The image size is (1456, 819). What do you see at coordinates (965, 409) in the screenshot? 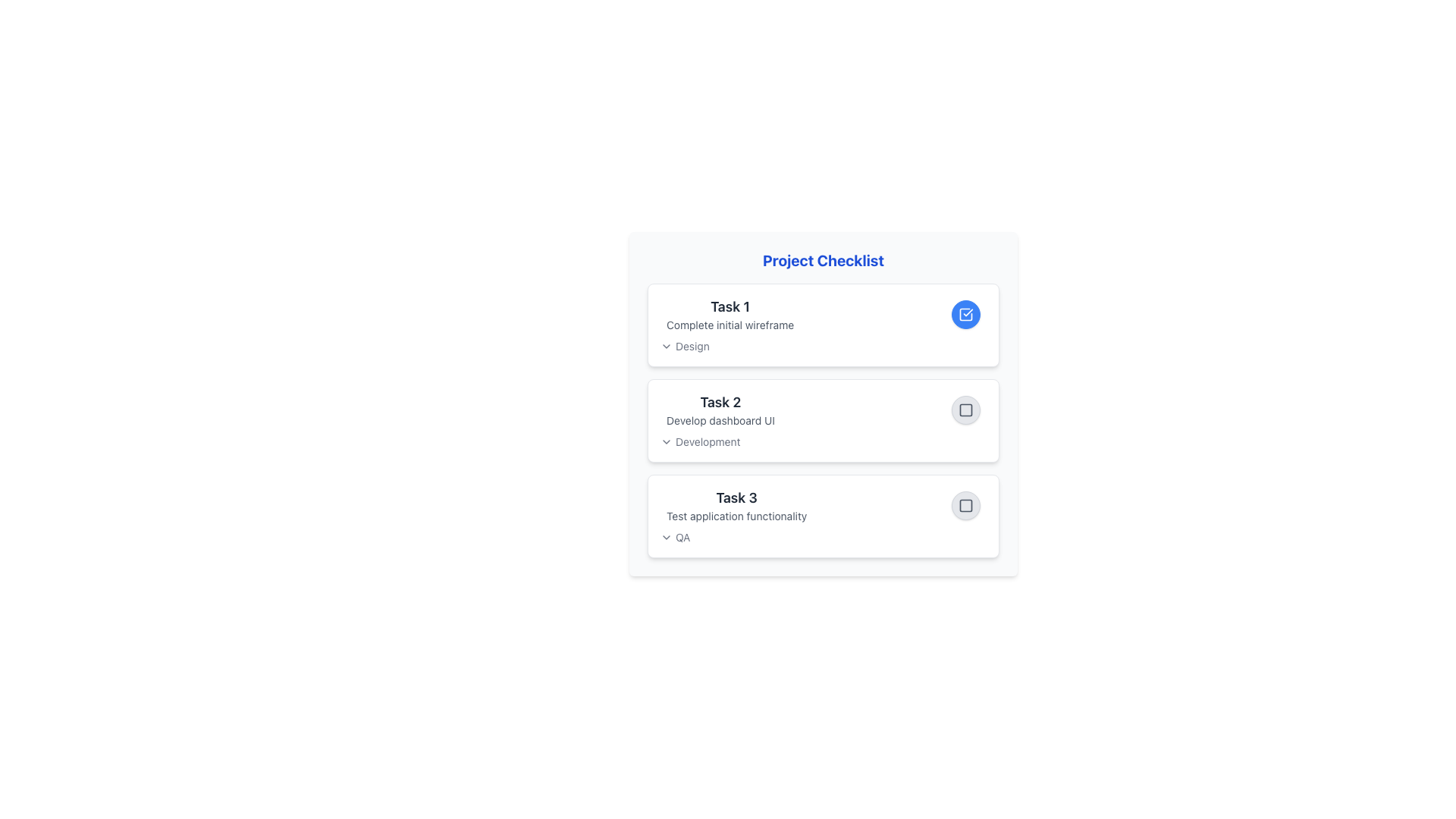
I see `the button located on the right side of the entry labeled 'Task 2' with the description 'Develop dashboard UI'` at bounding box center [965, 409].